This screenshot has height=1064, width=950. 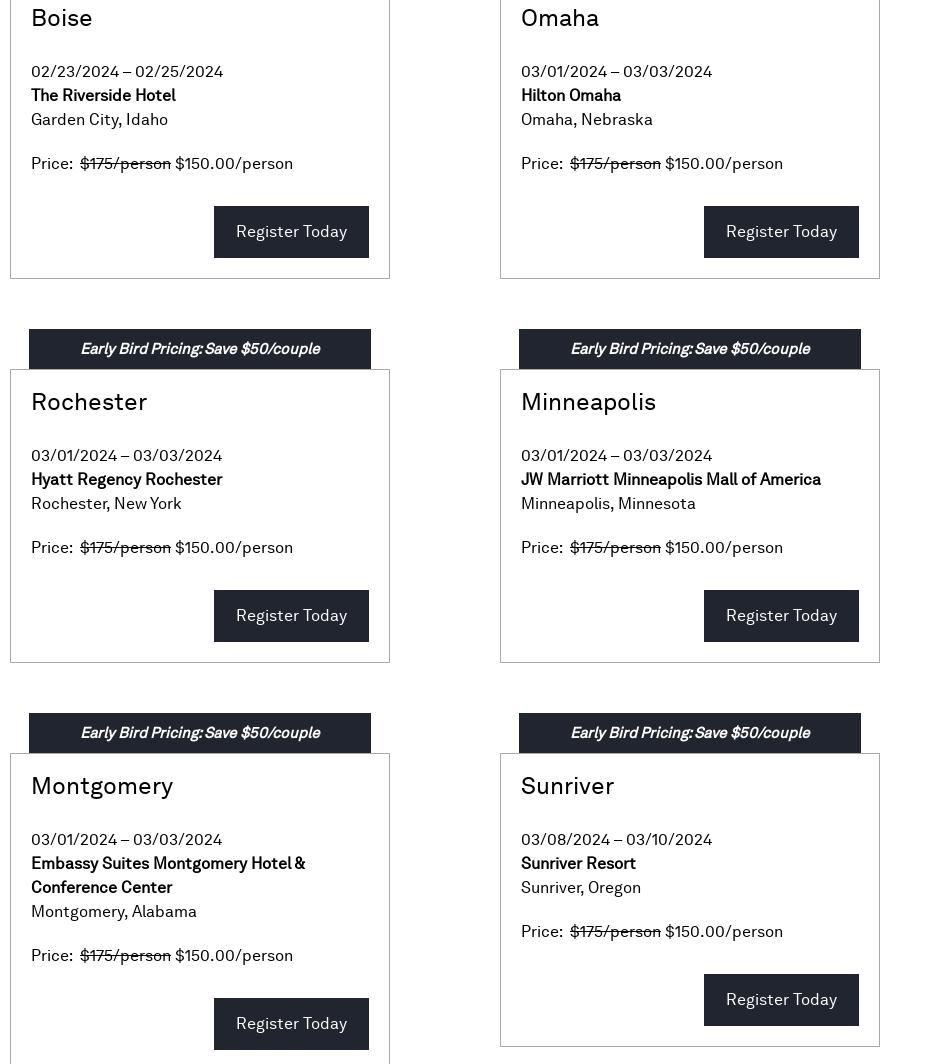 I want to click on 'Alabama', so click(x=164, y=911).